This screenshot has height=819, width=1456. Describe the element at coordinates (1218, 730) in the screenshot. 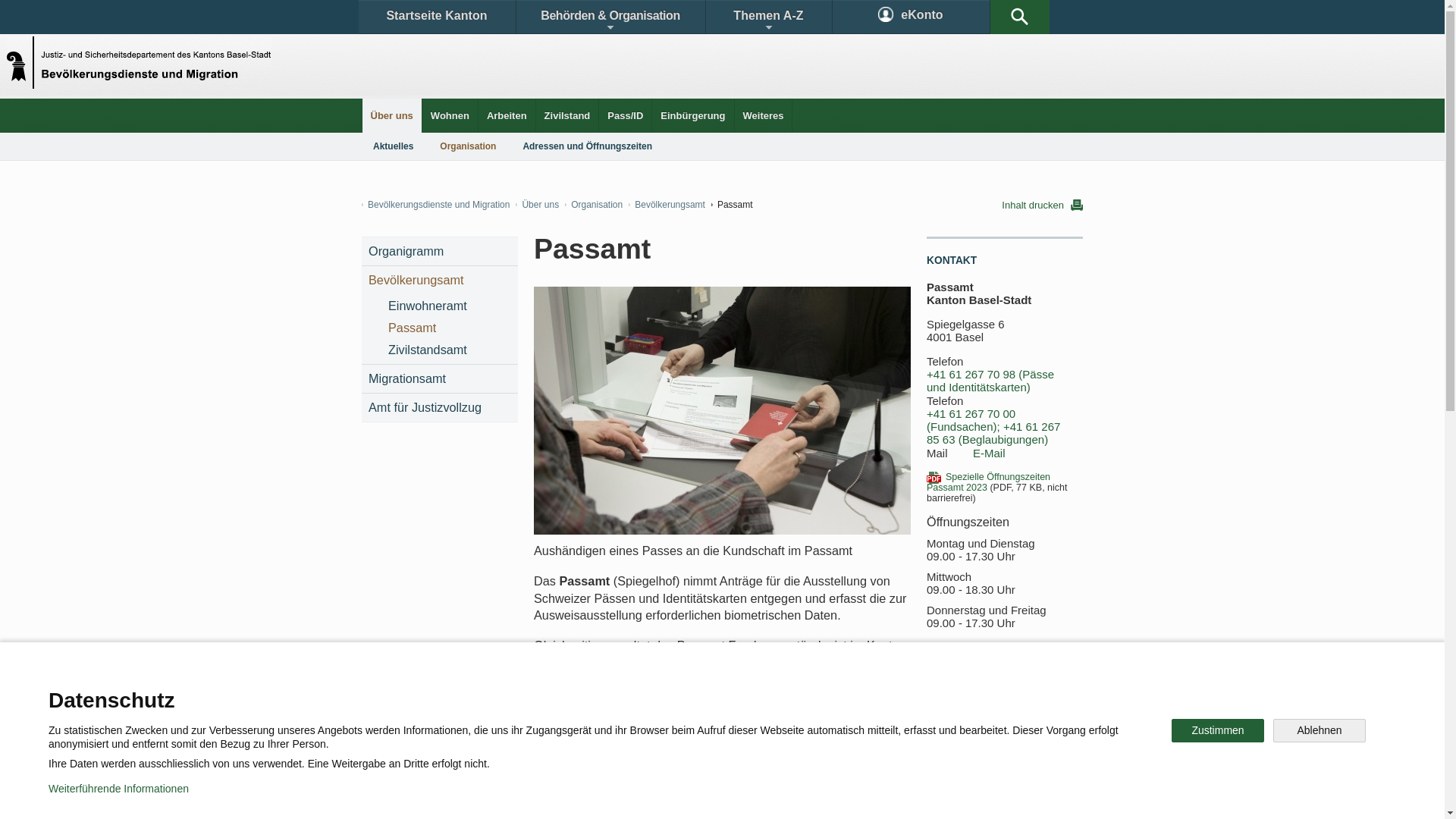

I see `'Zustimmen'` at that location.